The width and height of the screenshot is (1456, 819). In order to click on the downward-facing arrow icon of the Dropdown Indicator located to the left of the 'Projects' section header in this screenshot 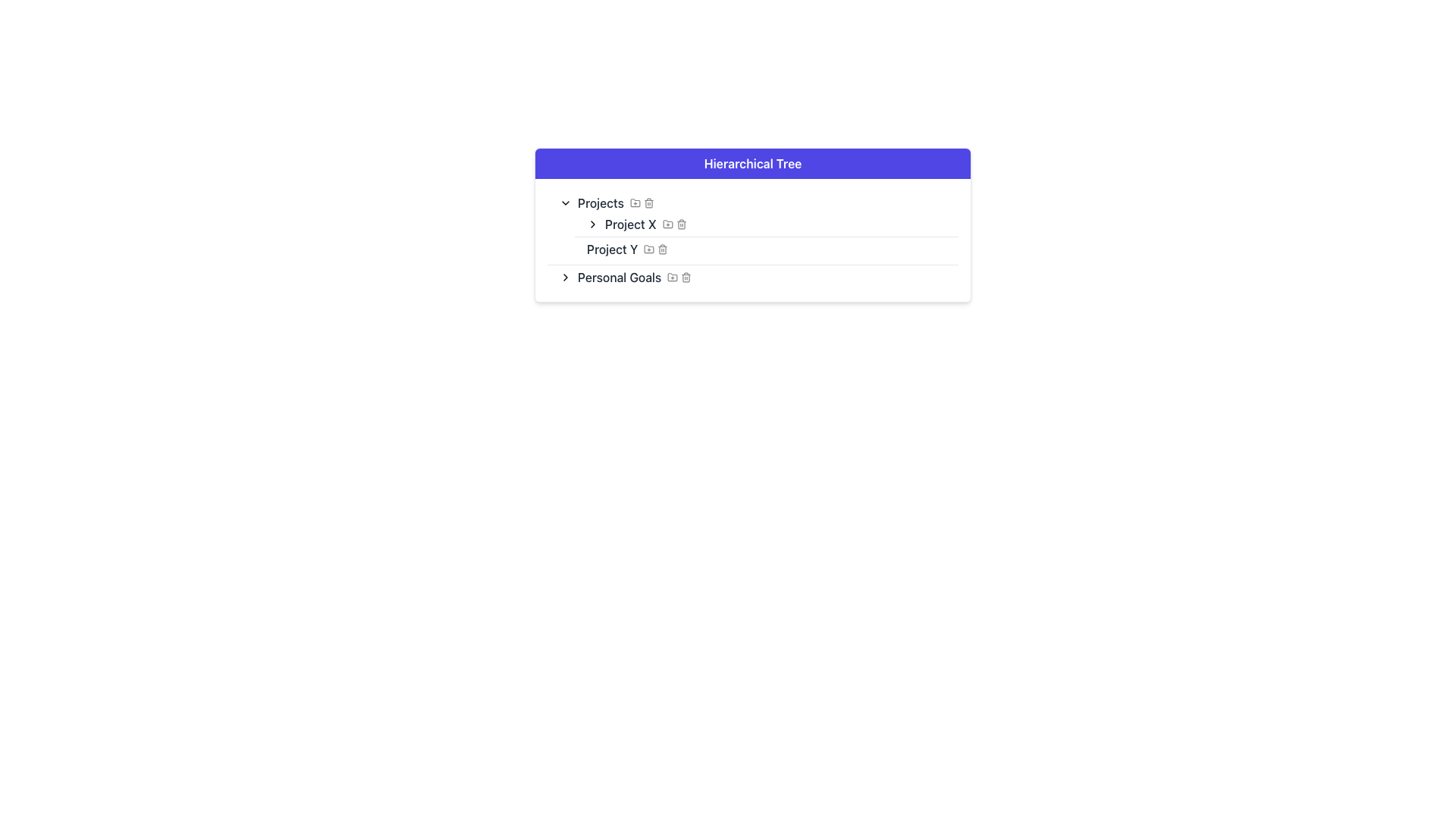, I will do `click(564, 202)`.